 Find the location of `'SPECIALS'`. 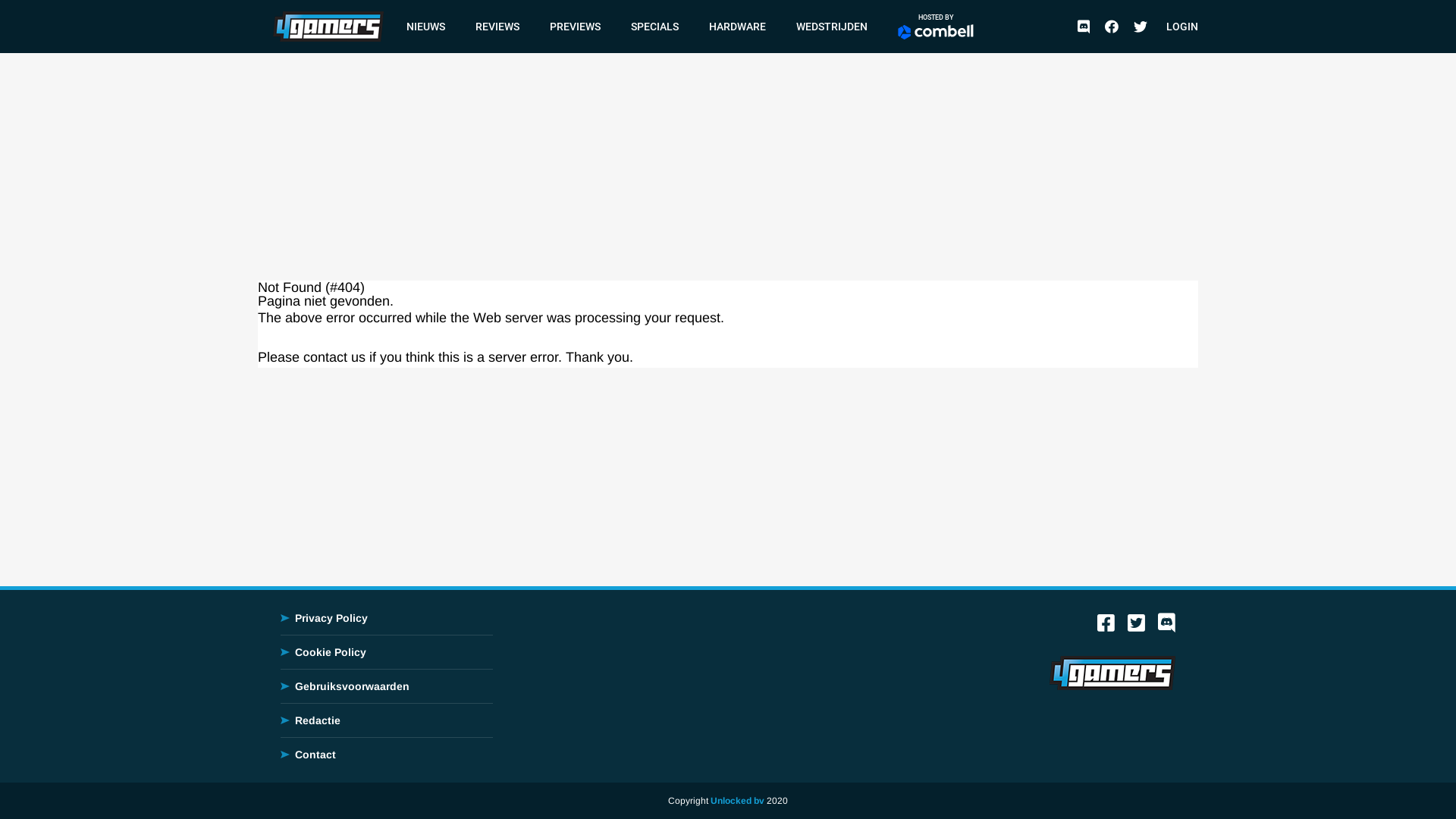

'SPECIALS' is located at coordinates (654, 26).